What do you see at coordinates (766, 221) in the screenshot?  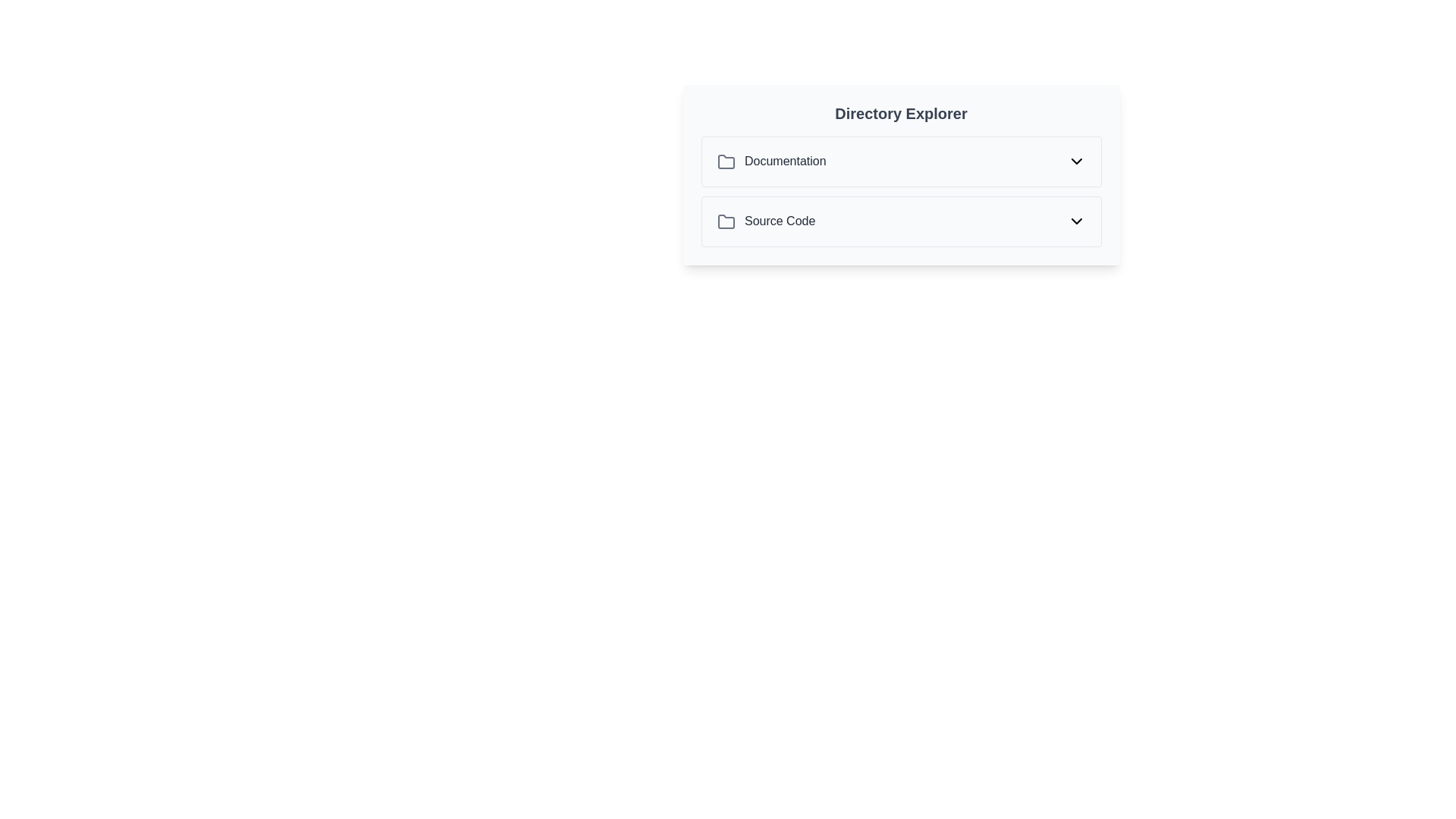 I see `the text label 'Source Code', which is styled in medium-weight gray font and accompanied by a folder icon to its left, located within a directory explorer panel` at bounding box center [766, 221].